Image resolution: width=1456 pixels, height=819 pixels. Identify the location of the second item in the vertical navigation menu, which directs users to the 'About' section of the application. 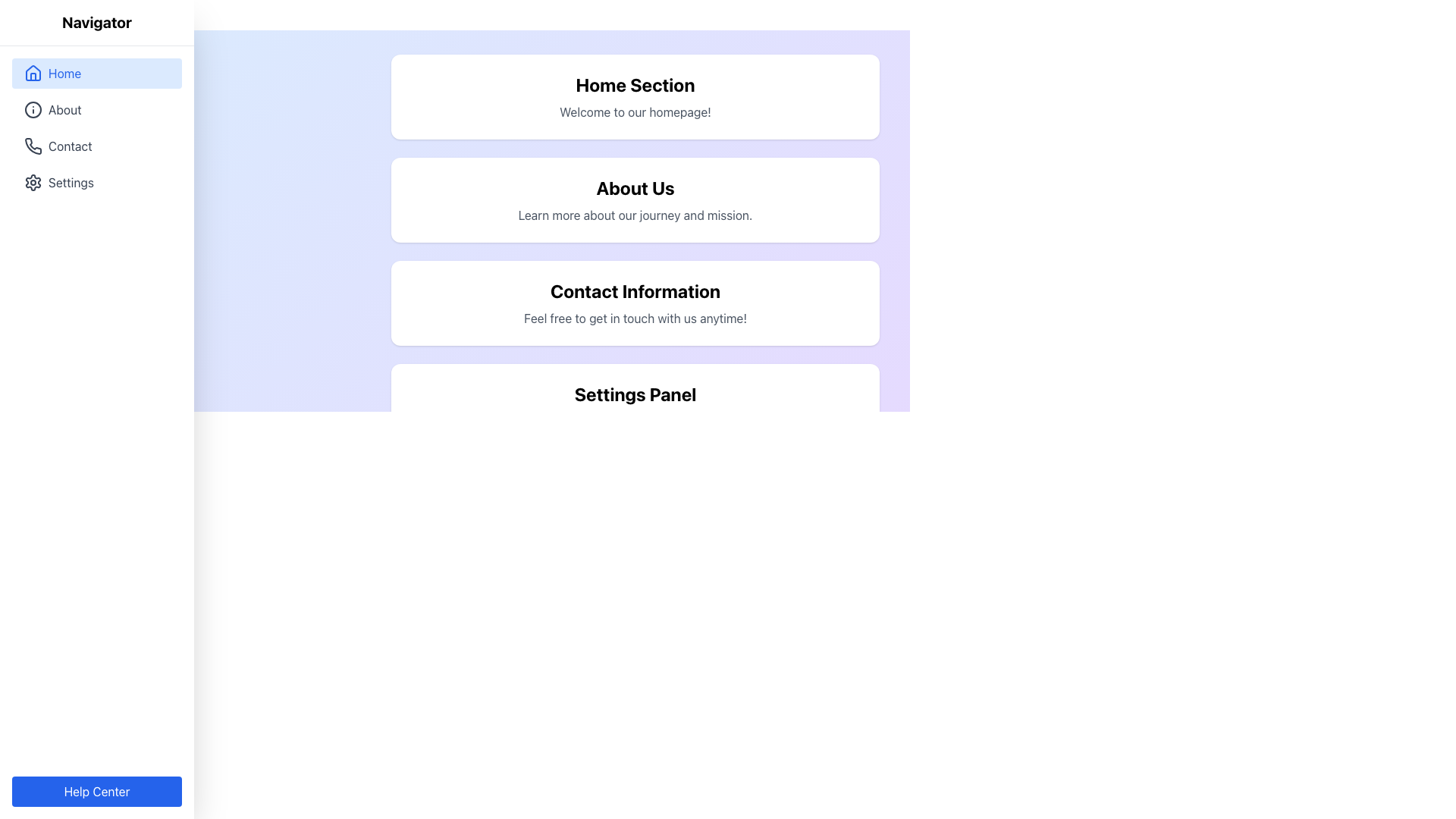
(96, 109).